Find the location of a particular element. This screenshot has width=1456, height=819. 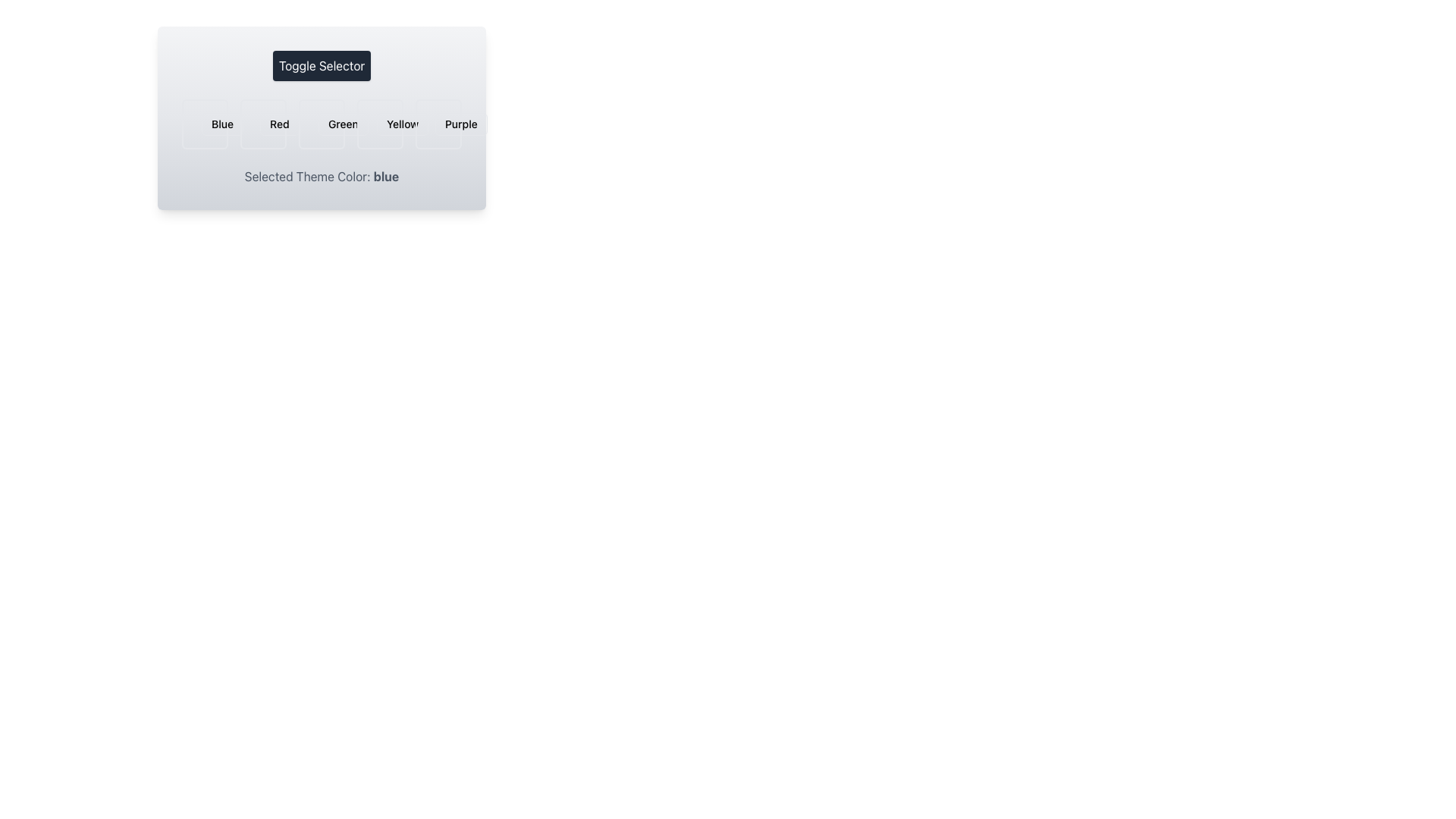

the 'Blue' theme toggle icon is located at coordinates (203, 124).